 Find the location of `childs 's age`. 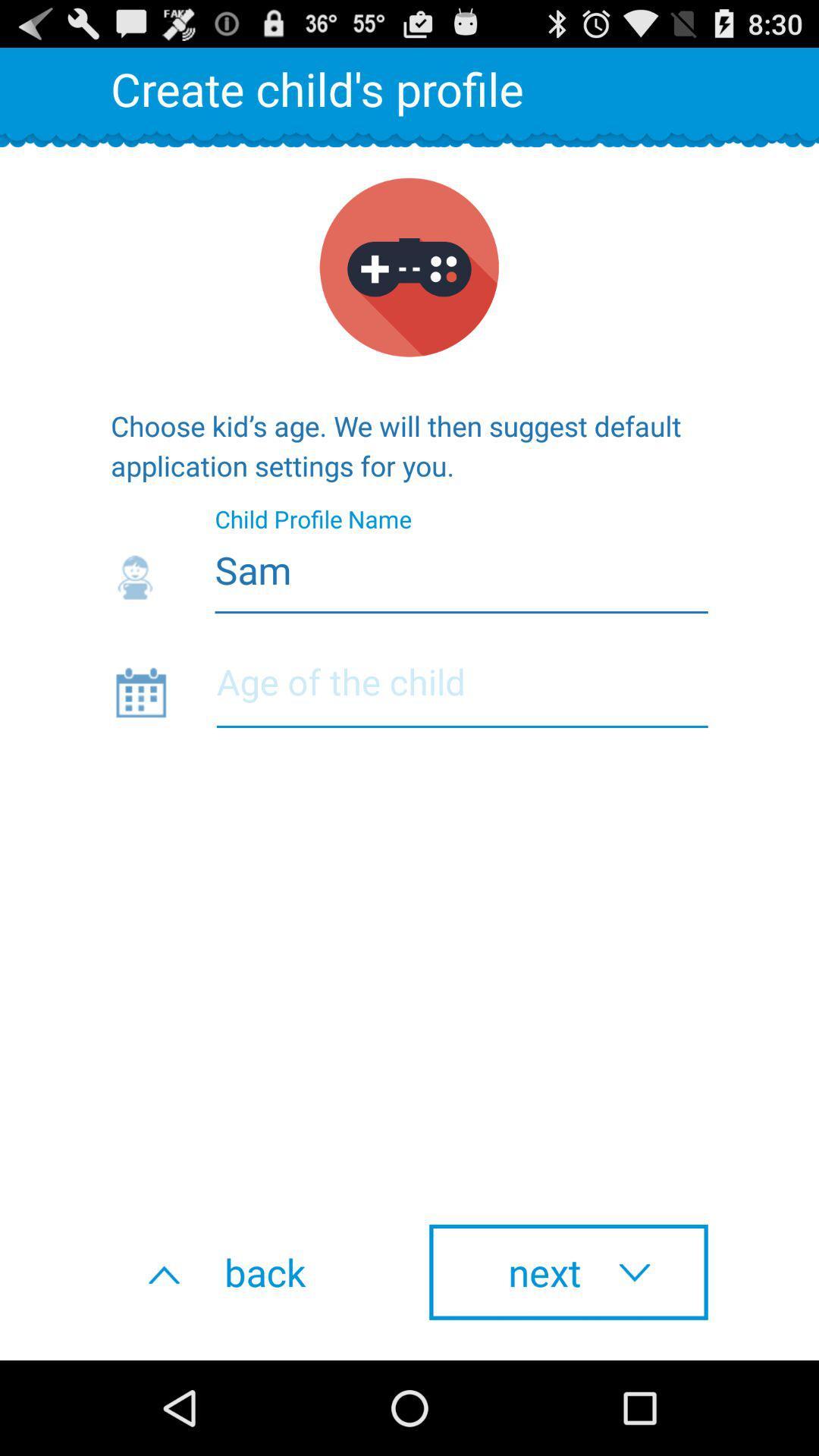

childs 's age is located at coordinates (461, 691).